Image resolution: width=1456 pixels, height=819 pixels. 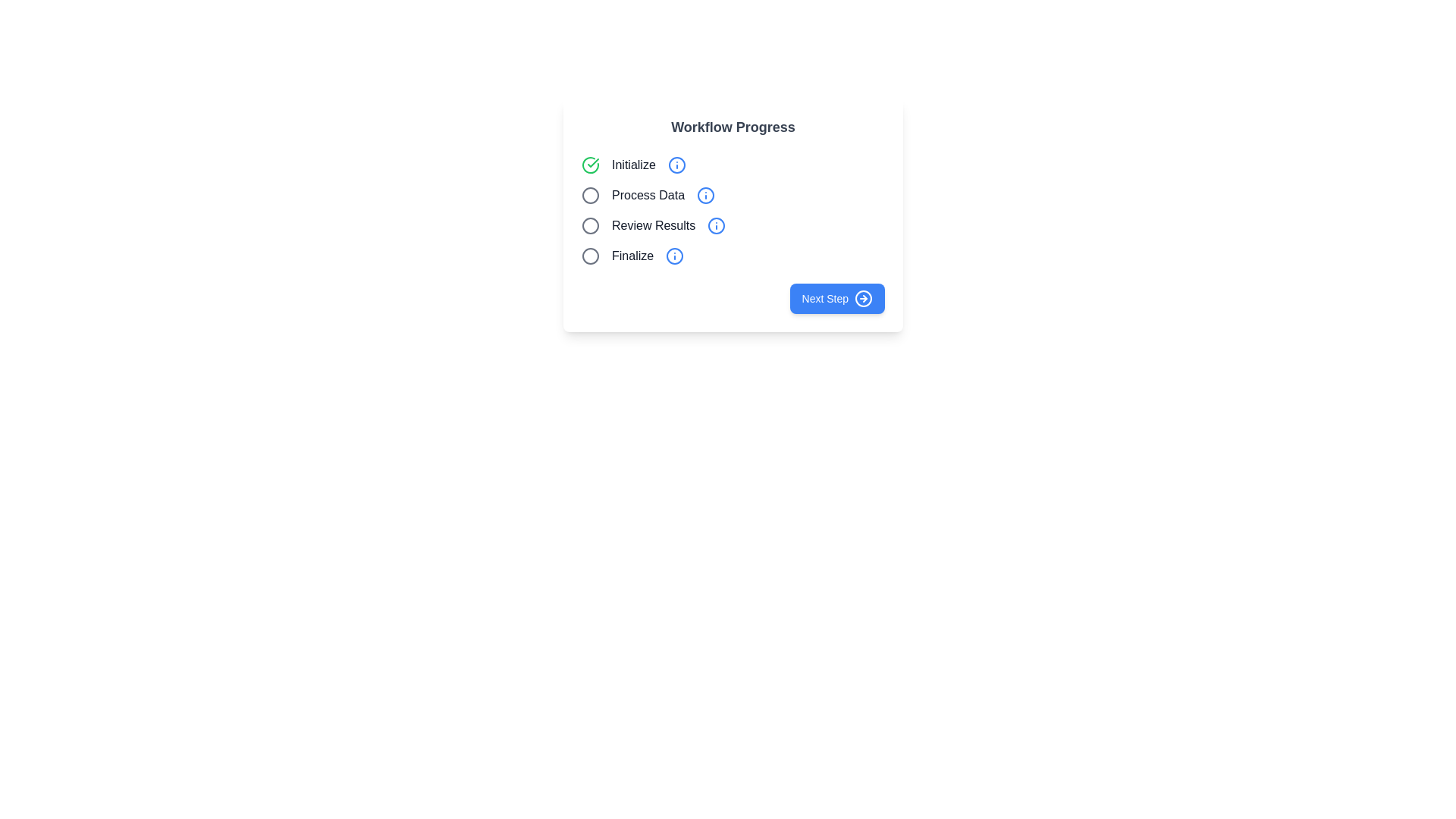 What do you see at coordinates (676, 165) in the screenshot?
I see `the blue circular icon with a white inner area resembling an 'info' symbol, located to the right of the 'Initialize' text label` at bounding box center [676, 165].